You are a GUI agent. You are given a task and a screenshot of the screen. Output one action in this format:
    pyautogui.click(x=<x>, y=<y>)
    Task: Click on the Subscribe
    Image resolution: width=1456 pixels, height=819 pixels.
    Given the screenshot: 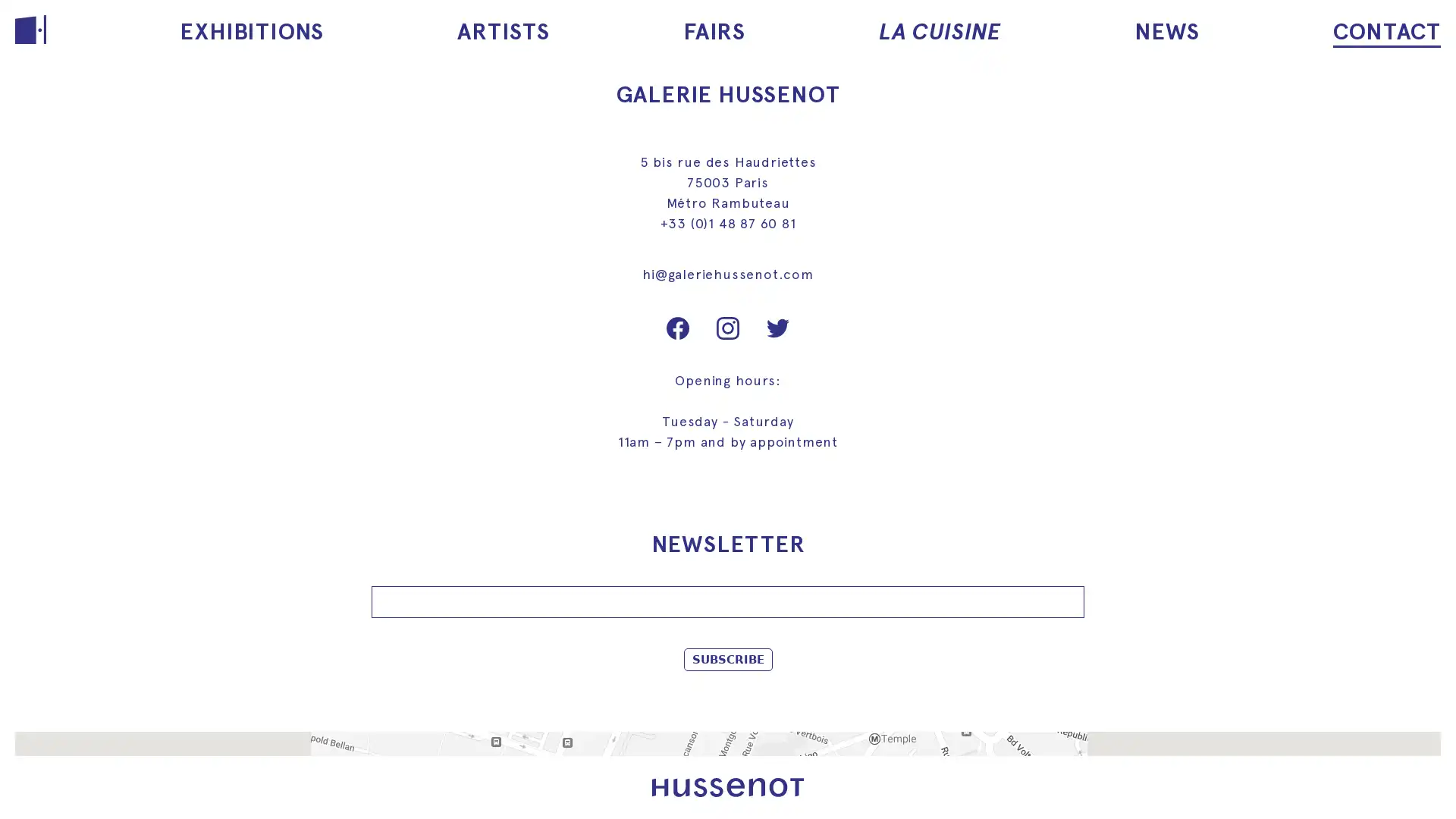 What is the action you would take?
    pyautogui.click(x=726, y=657)
    